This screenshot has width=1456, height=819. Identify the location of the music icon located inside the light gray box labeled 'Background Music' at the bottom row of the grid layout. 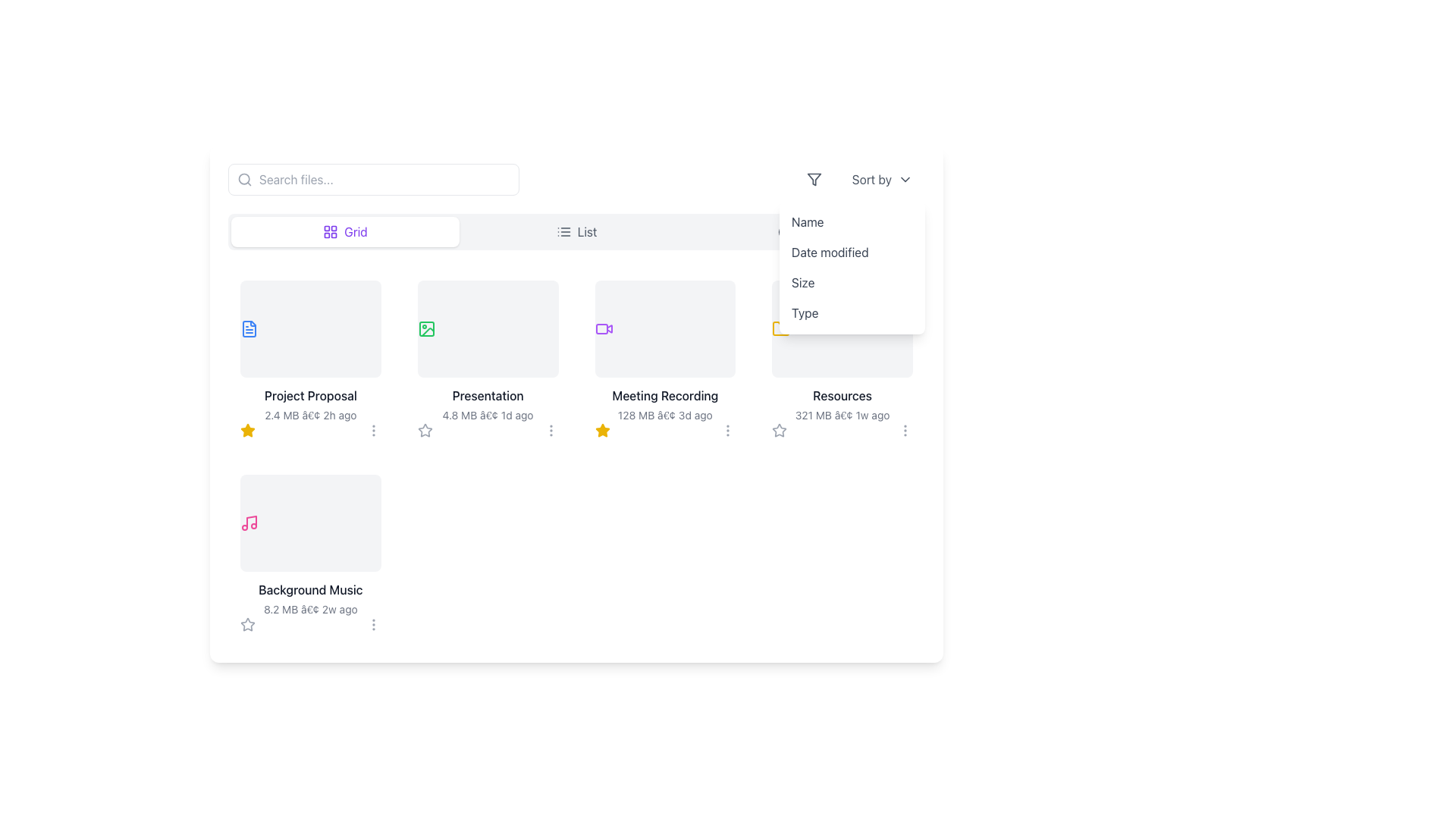
(249, 522).